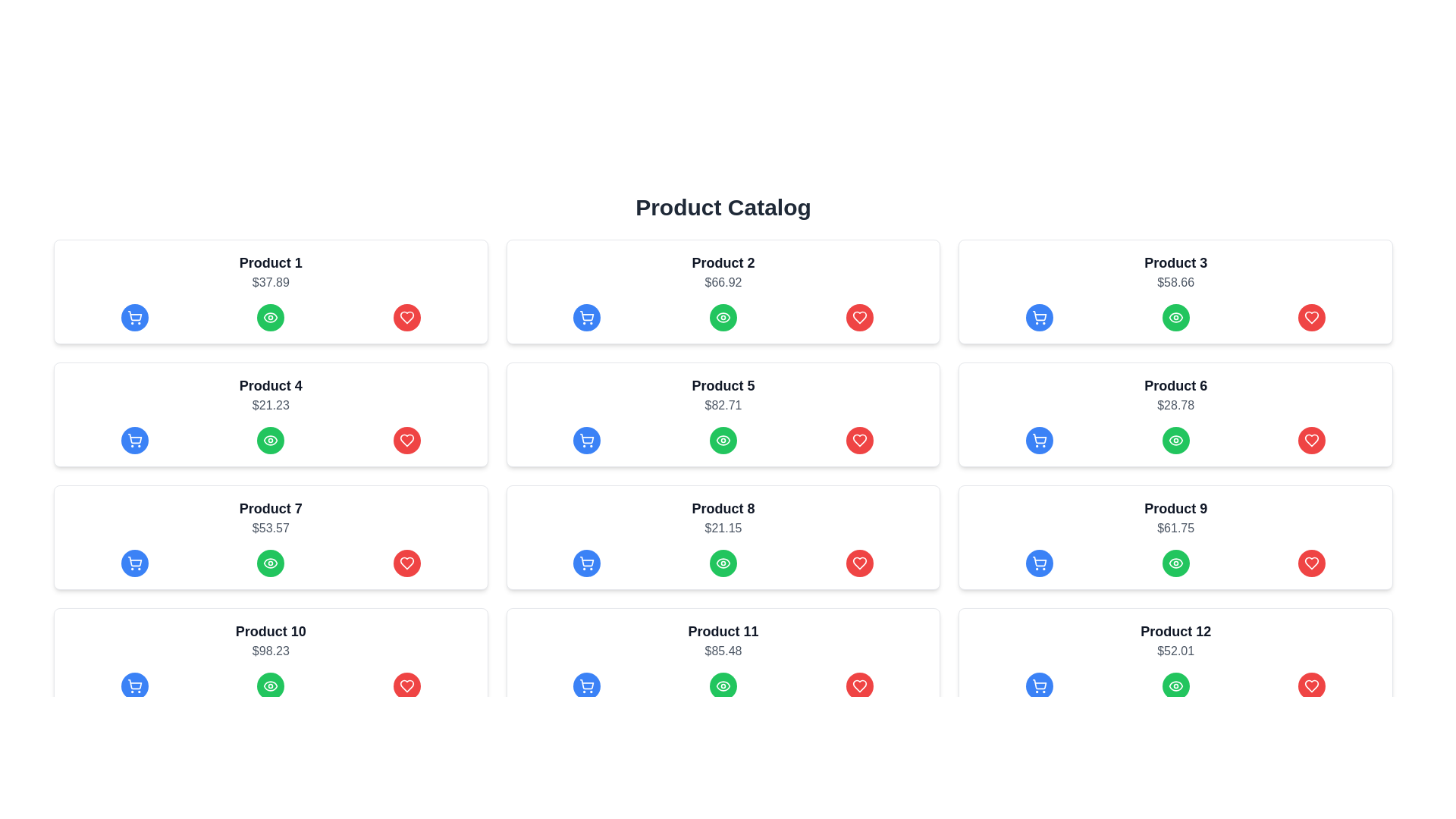 The height and width of the screenshot is (819, 1456). I want to click on the circular button with a red background and white heart icon, which is the third button in the 'Product 6' card in the Product Catalog, so click(1311, 441).